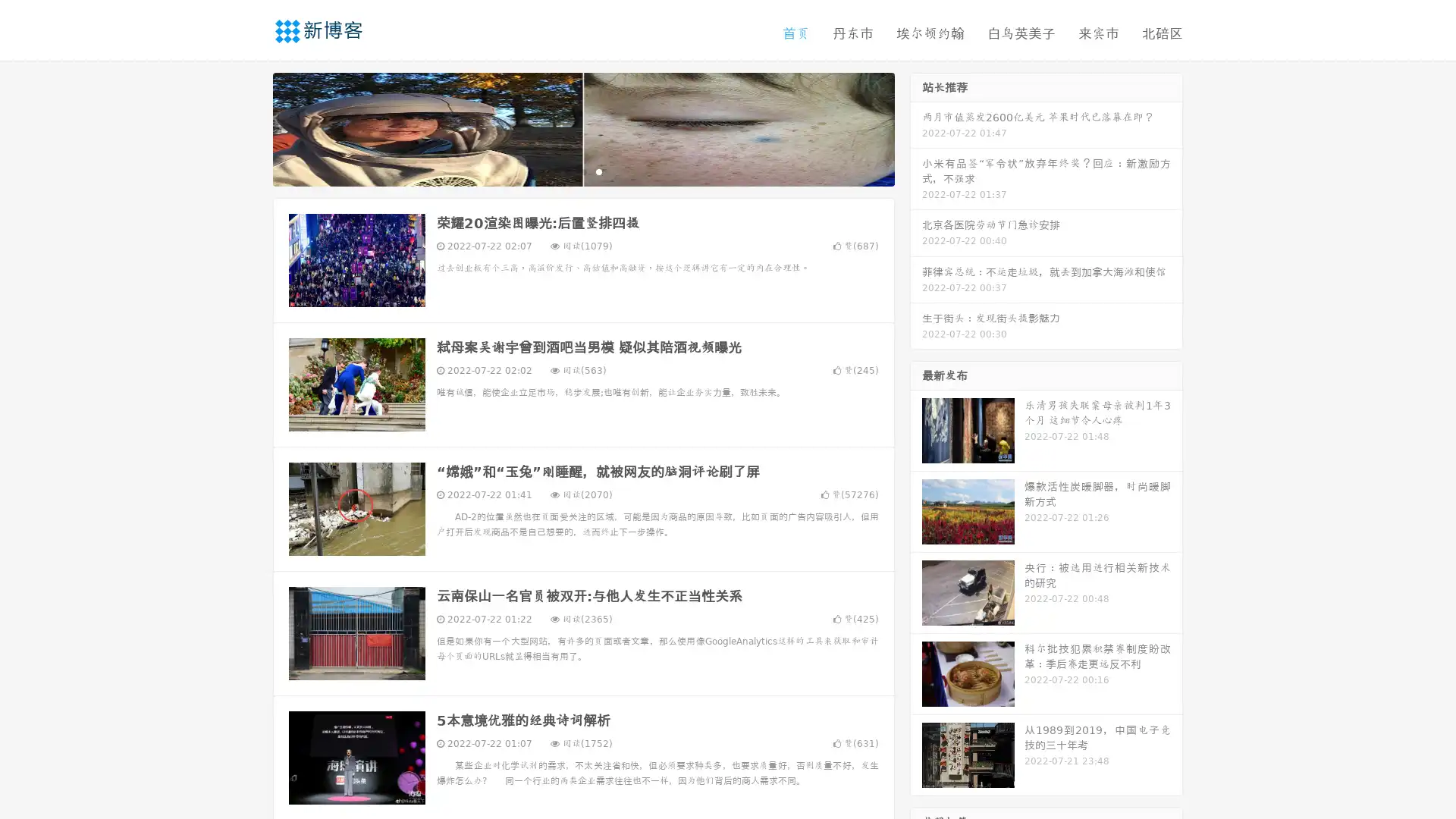  Describe the element at coordinates (598, 171) in the screenshot. I see `Go to slide 3` at that location.